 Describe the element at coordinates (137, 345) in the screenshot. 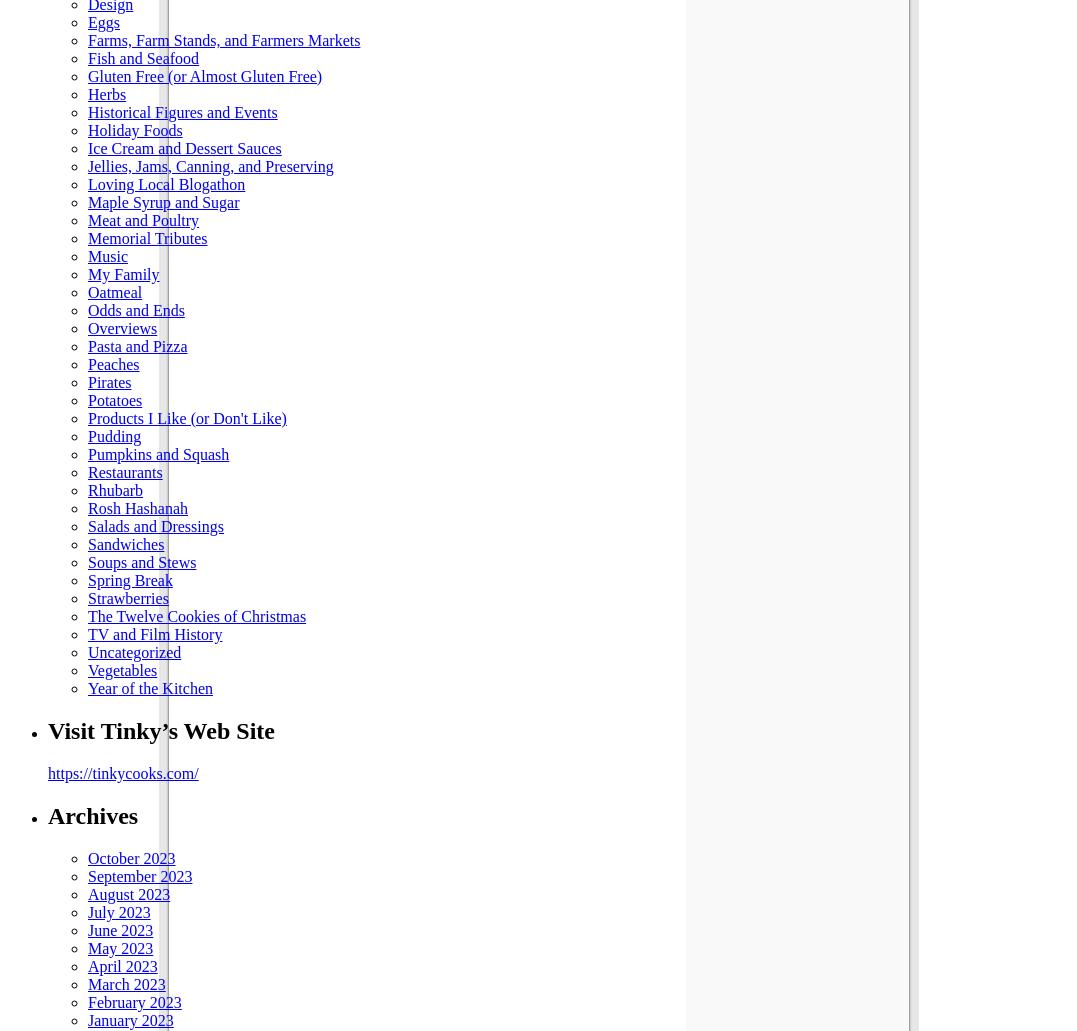

I see `'Pasta and Pizza'` at that location.